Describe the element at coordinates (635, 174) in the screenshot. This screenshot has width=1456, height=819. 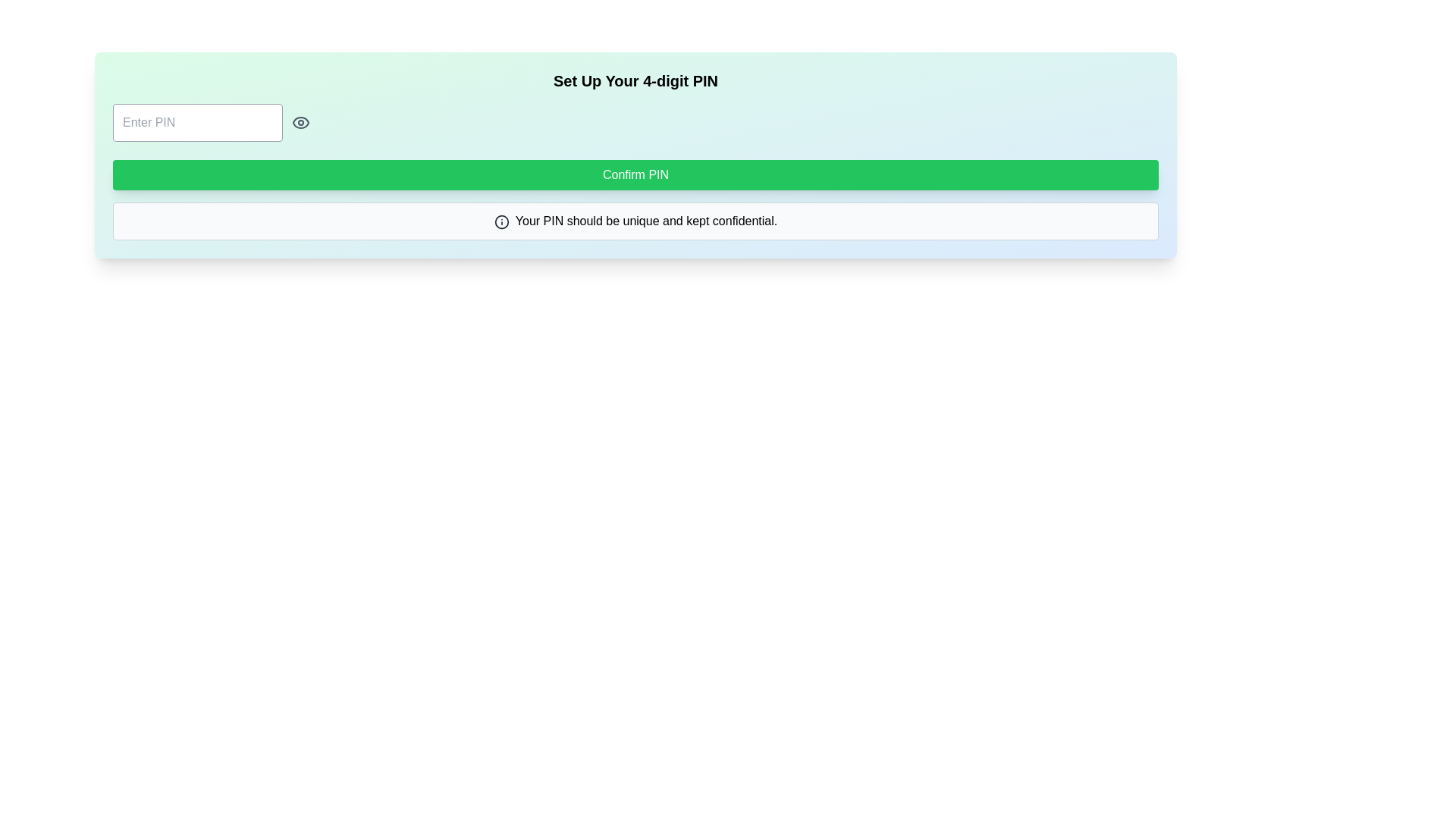
I see `the confirm button located centrally below the 'Enter PIN' input field to validate the entered PIN during the setup process` at that location.